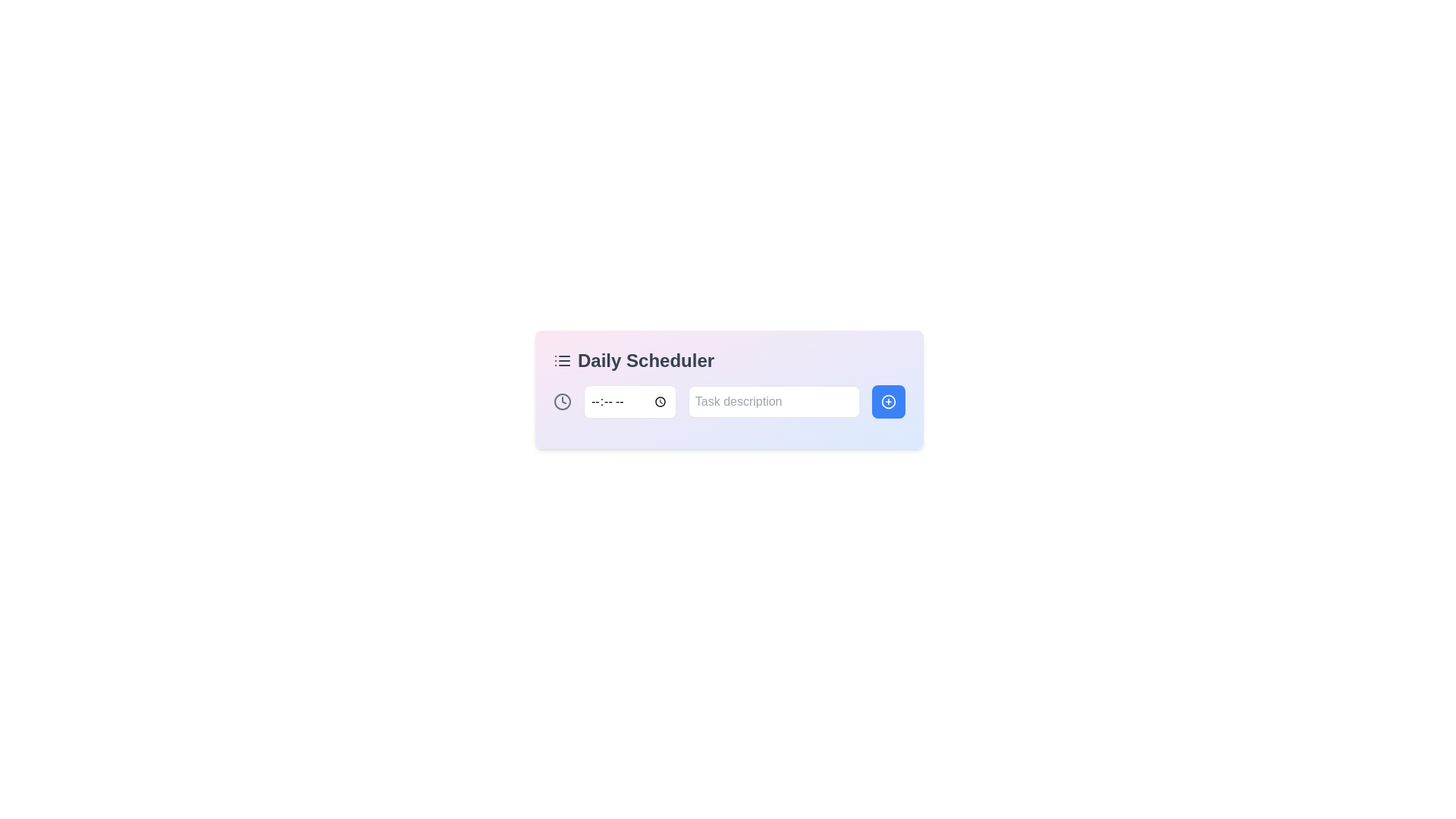 The width and height of the screenshot is (1456, 819). Describe the element at coordinates (562, 400) in the screenshot. I see `the clock icon, which is a minimalistic gray circular icon with clock hands, positioned as the leftmost element next to the time input field` at that location.